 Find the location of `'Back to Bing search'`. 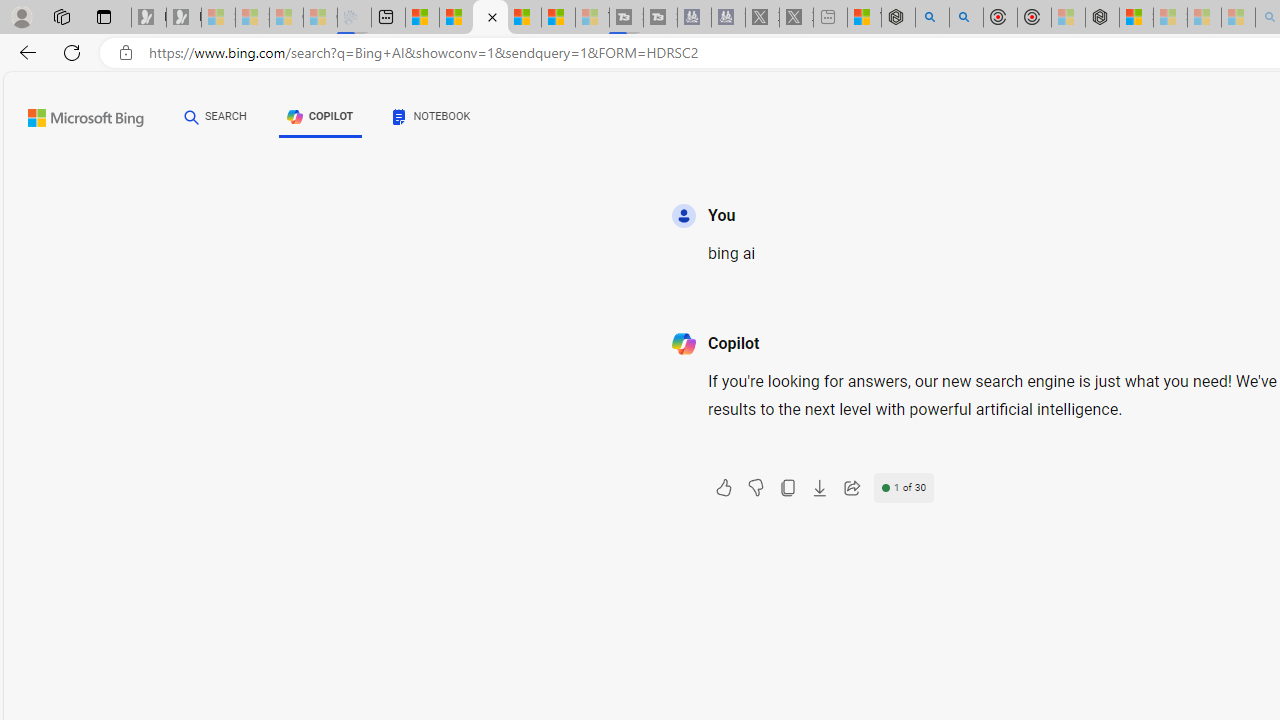

'Back to Bing search' is located at coordinates (73, 114).